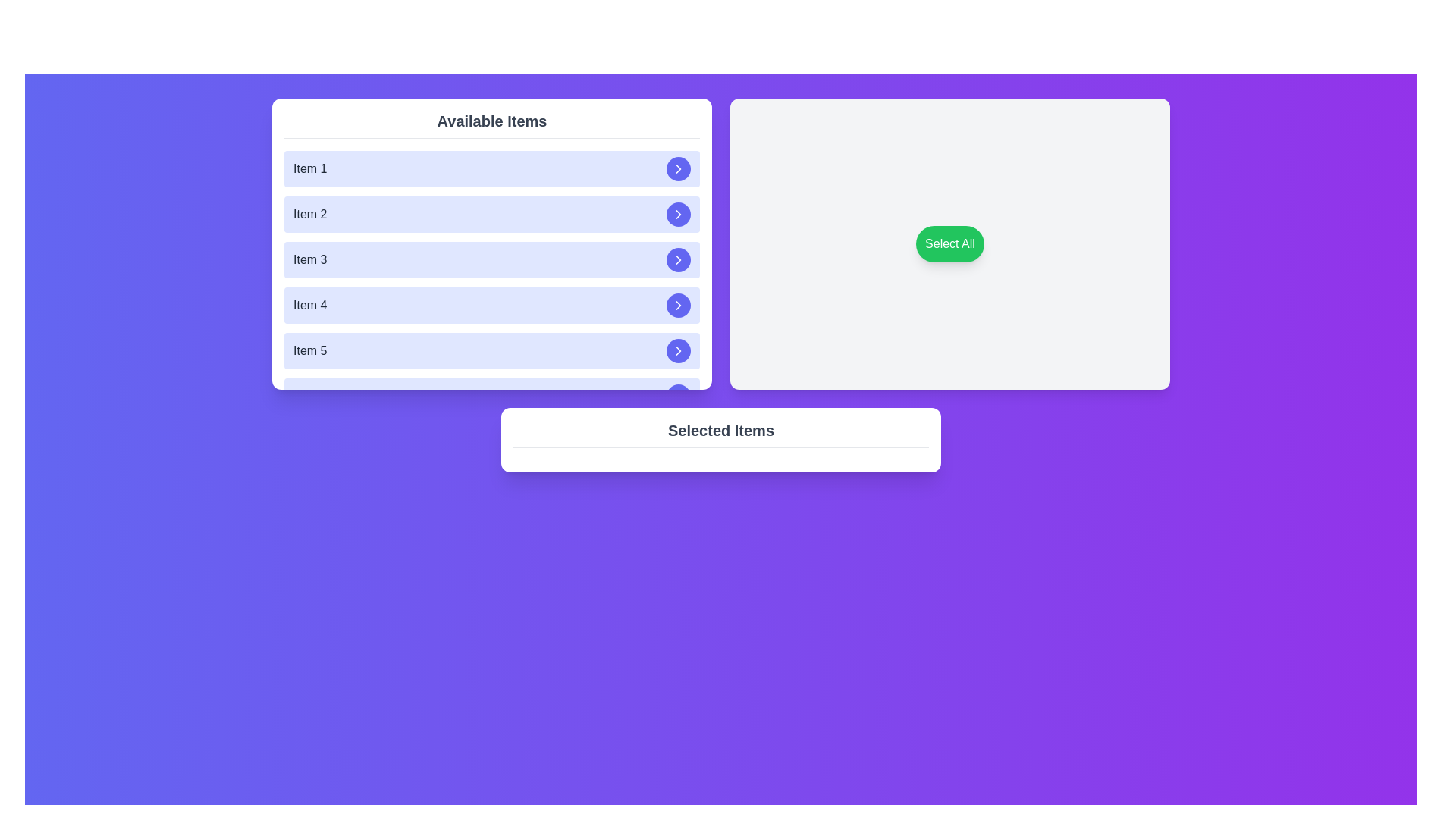  Describe the element at coordinates (677, 350) in the screenshot. I see `the circular button with a purple background and a white chevron arrow located at the right end of the 'Item 5' entry row in the 'Available Items' list to receive potential visual feedback` at that location.